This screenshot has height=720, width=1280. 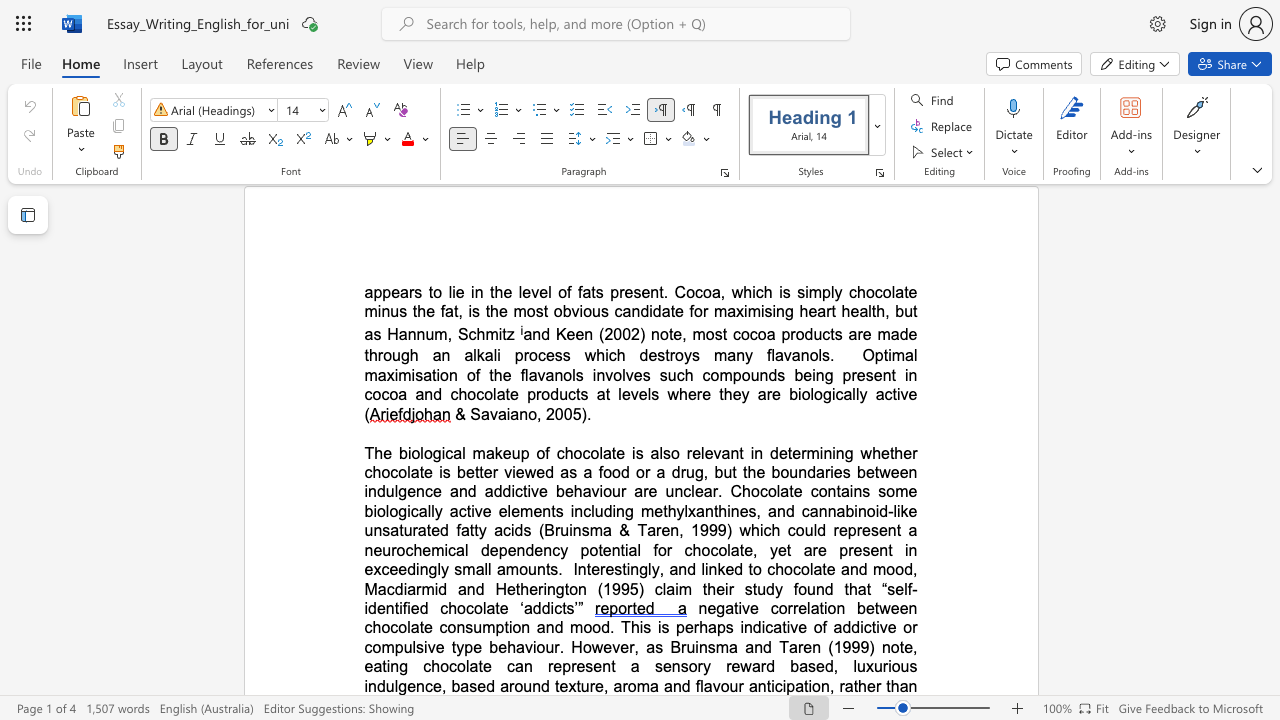 What do you see at coordinates (750, 666) in the screenshot?
I see `the subset text "ard based, luxurious indulge" within the text "a sensory reward based, luxurious indulgence, based around texture,"` at bounding box center [750, 666].